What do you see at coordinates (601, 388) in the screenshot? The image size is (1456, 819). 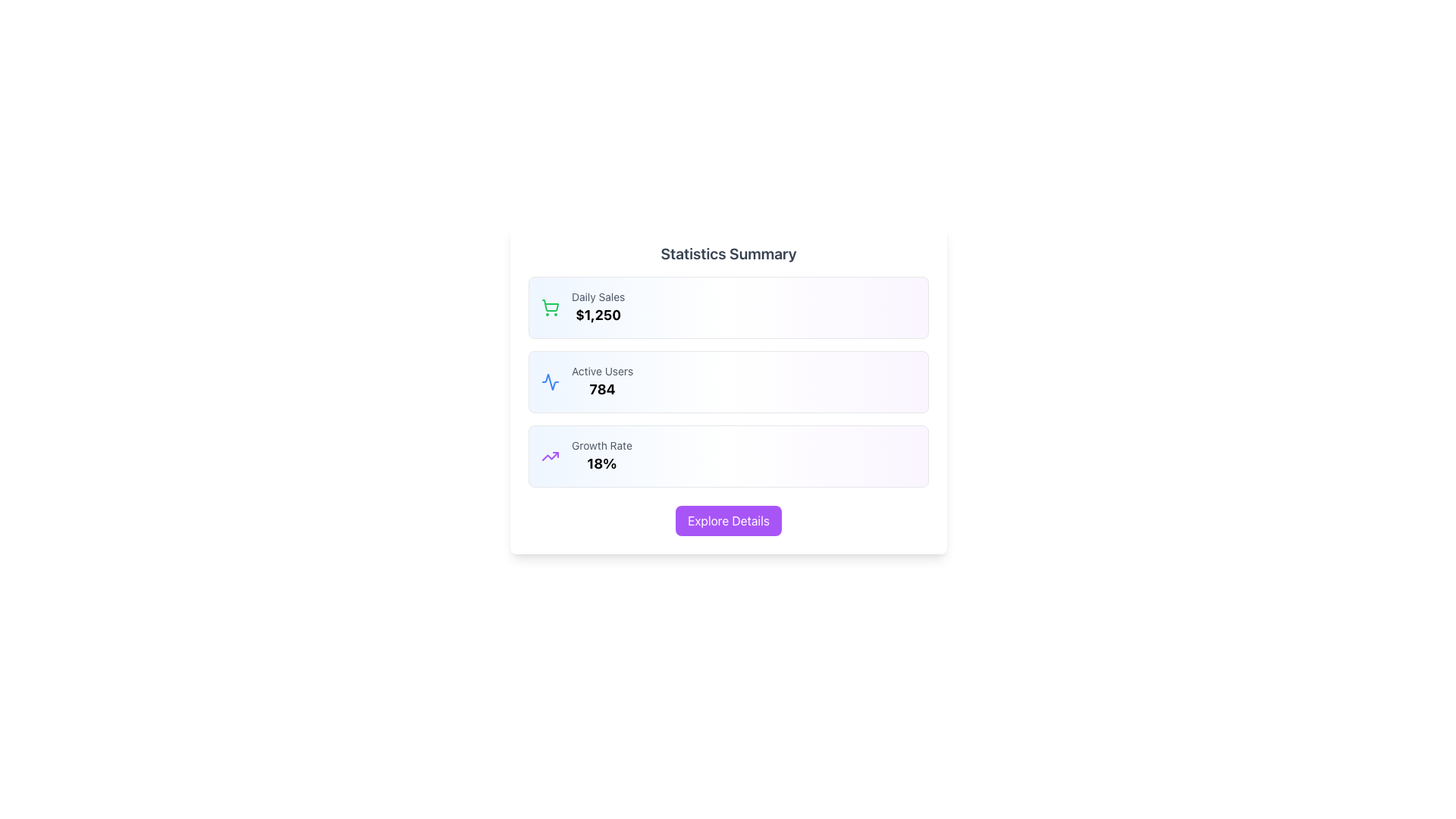 I see `the Text Display that shows the count of active users, which is located beneath the 'Active Users' label in the Statistics Summary` at bounding box center [601, 388].